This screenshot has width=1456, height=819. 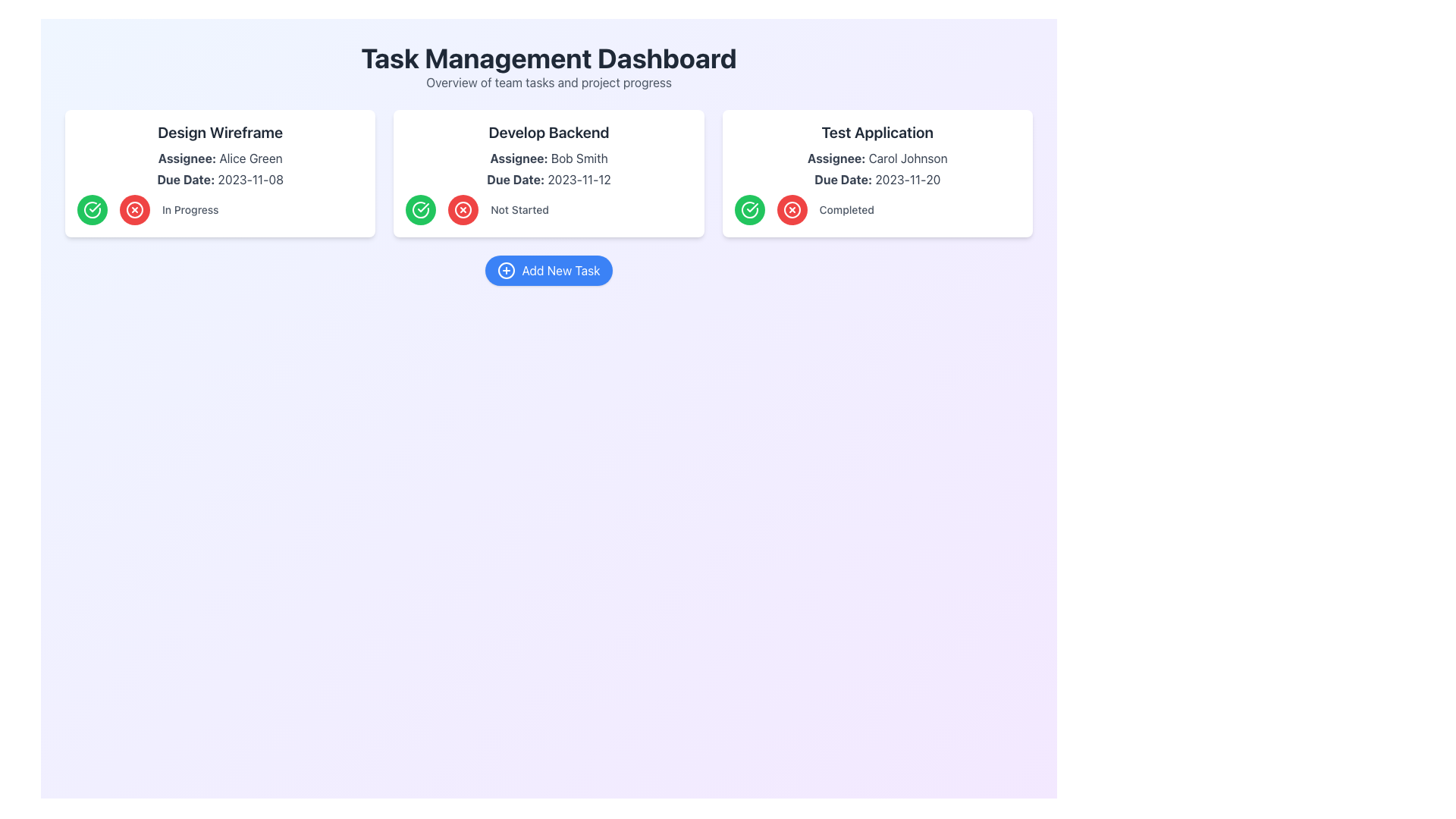 What do you see at coordinates (791, 210) in the screenshot?
I see `the circular red button with a white cross symbol located in the last task card of the 'Test Application' to reject/close` at bounding box center [791, 210].